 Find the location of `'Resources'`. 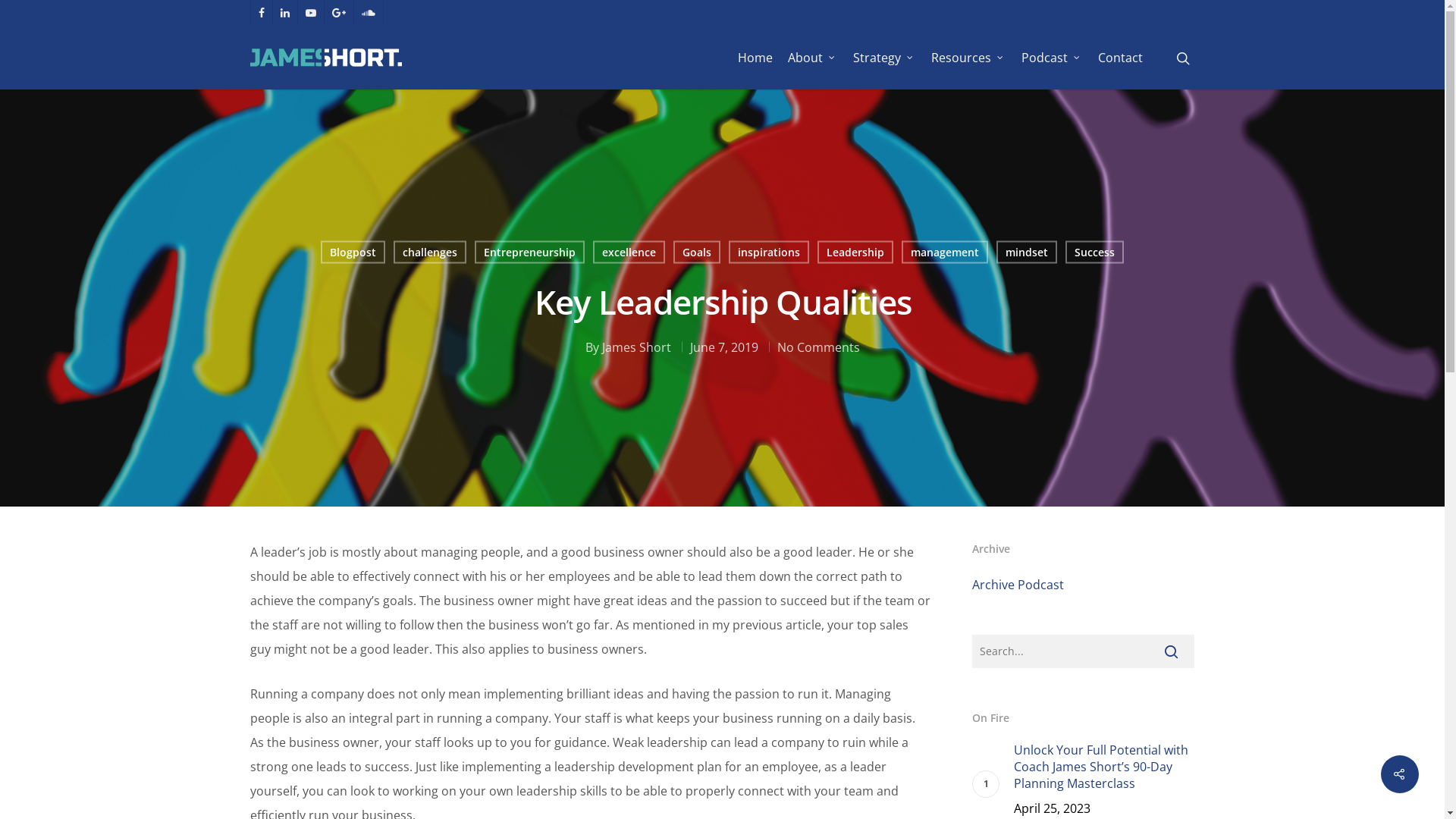

'Resources' is located at coordinates (968, 57).